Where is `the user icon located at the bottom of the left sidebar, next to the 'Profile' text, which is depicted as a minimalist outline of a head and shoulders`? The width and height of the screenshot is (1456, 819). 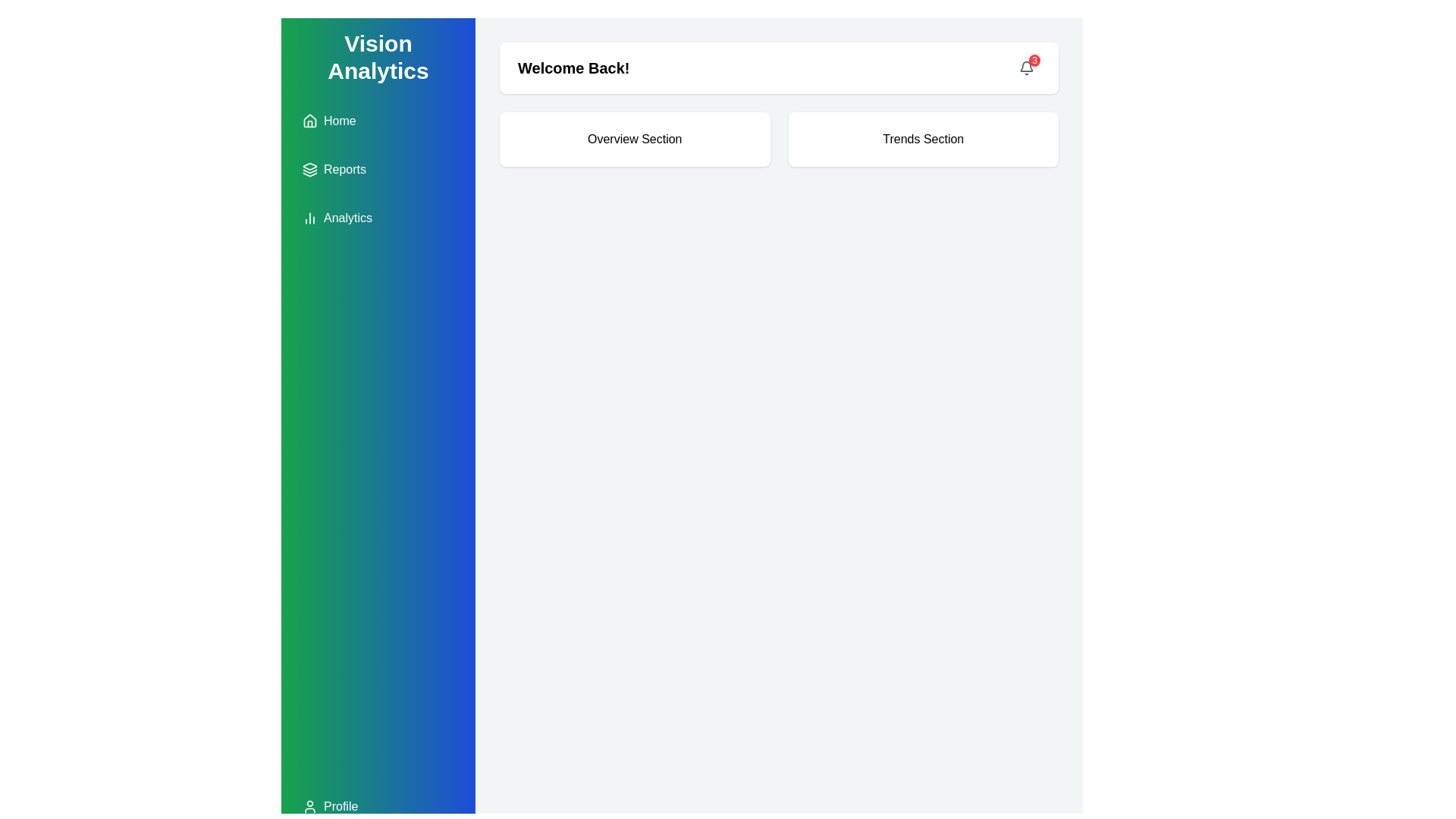
the user icon located at the bottom of the left sidebar, next to the 'Profile' text, which is depicted as a minimalist outline of a head and shoulders is located at coordinates (309, 806).